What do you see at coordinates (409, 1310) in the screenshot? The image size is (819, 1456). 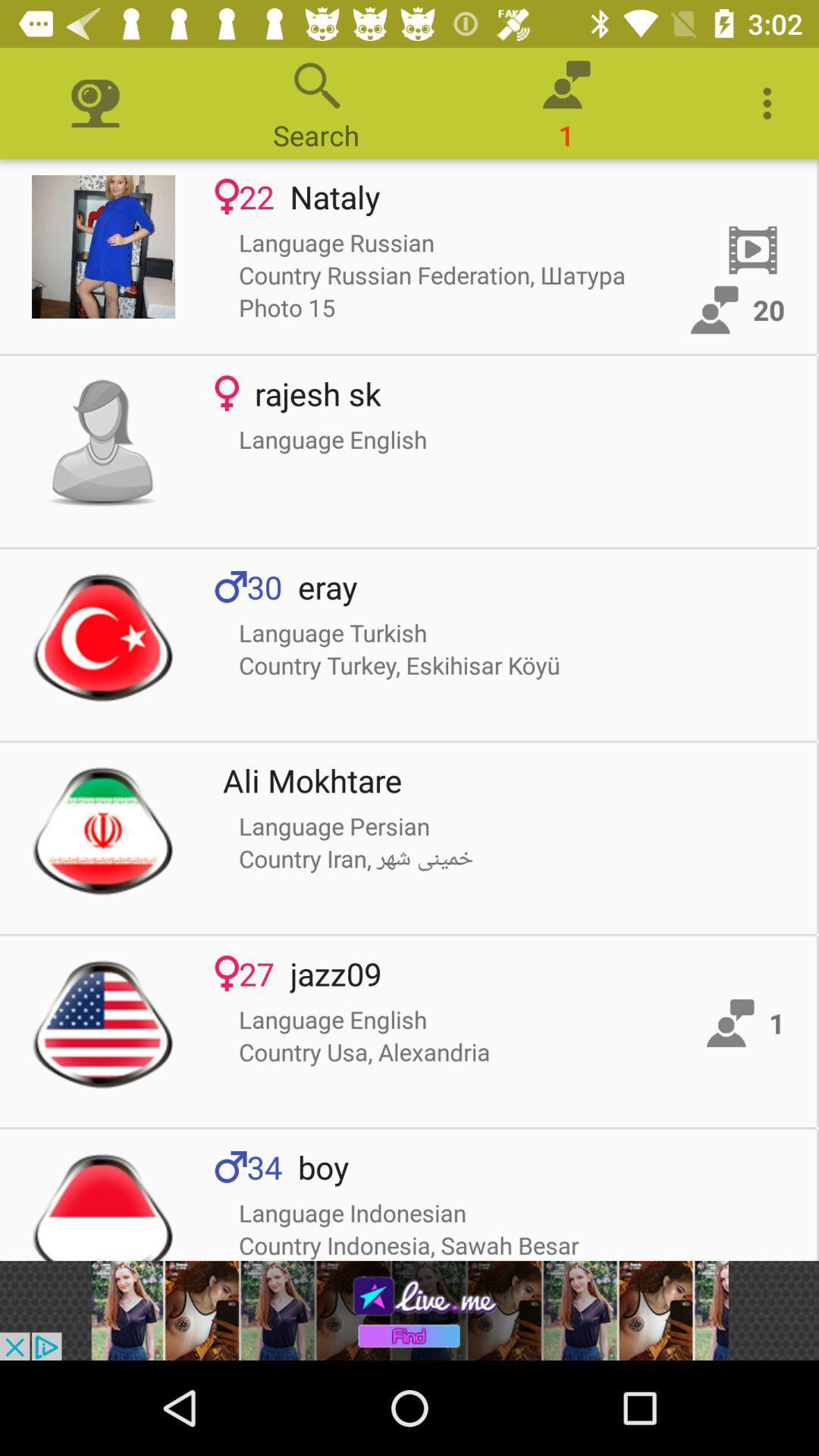 I see `see advertisement` at bounding box center [409, 1310].